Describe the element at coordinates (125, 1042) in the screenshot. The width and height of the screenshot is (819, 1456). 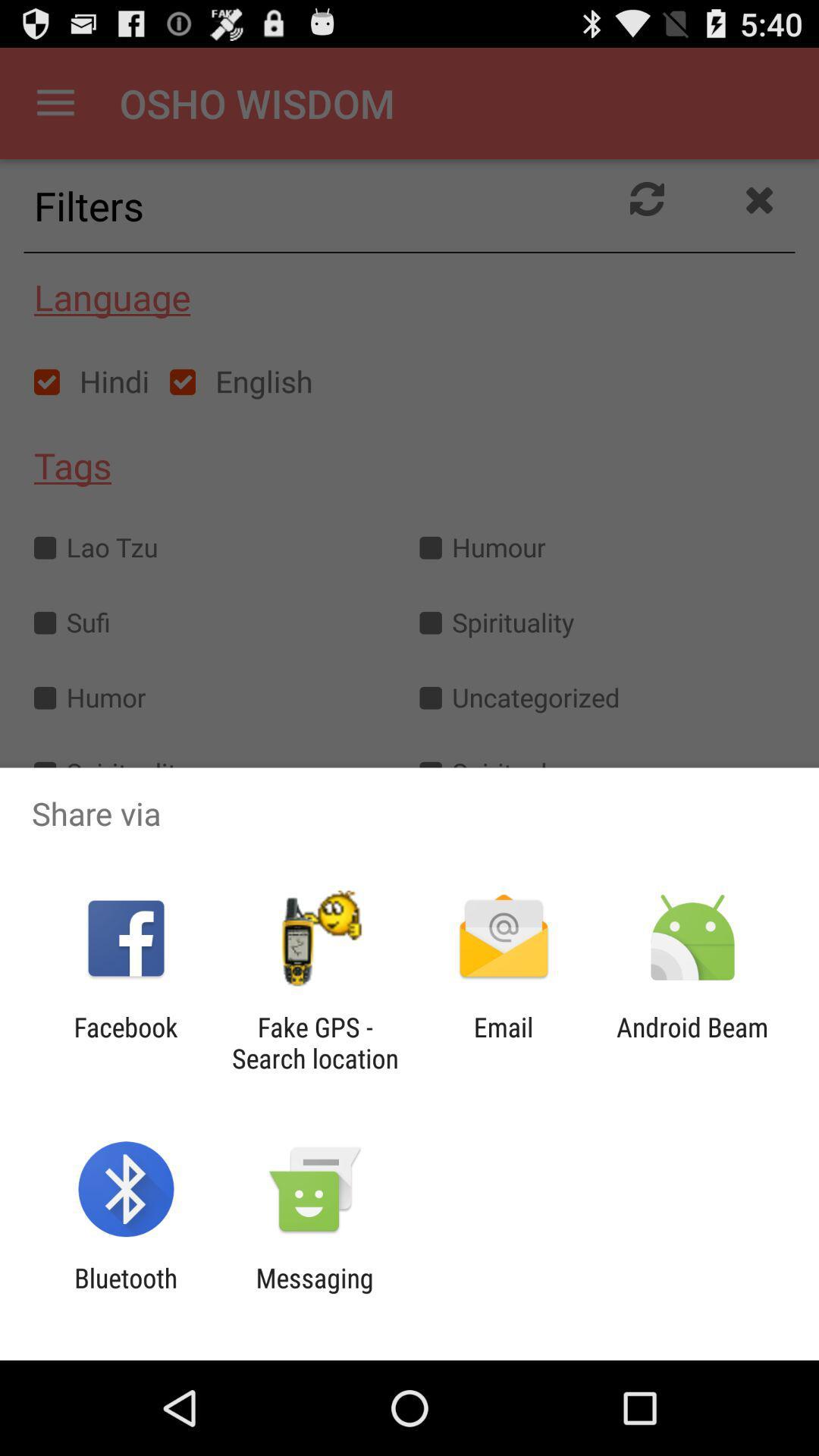
I see `app to the left of the fake gps search item` at that location.